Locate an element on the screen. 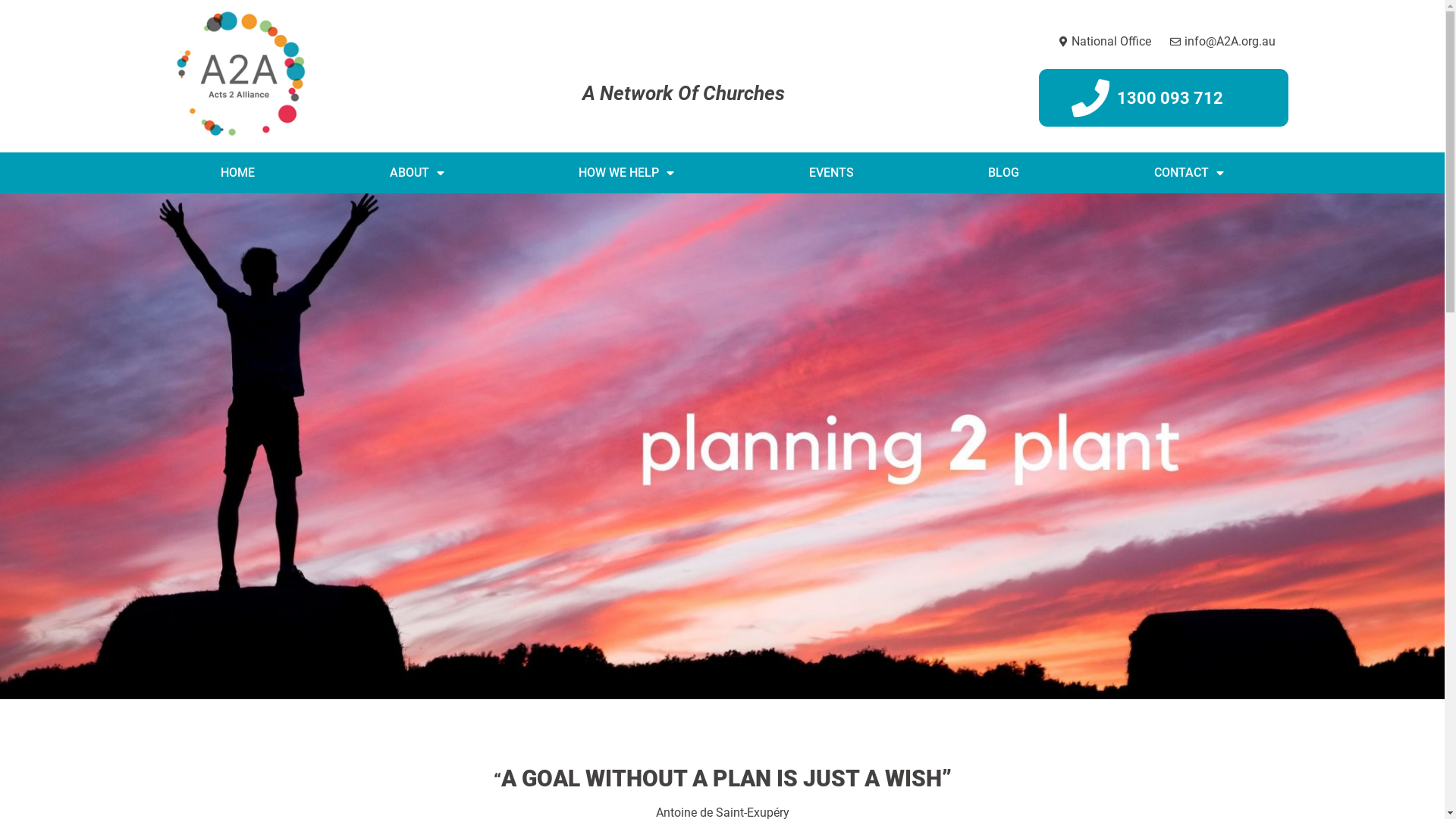  'HOW WE HELP' is located at coordinates (626, 171).